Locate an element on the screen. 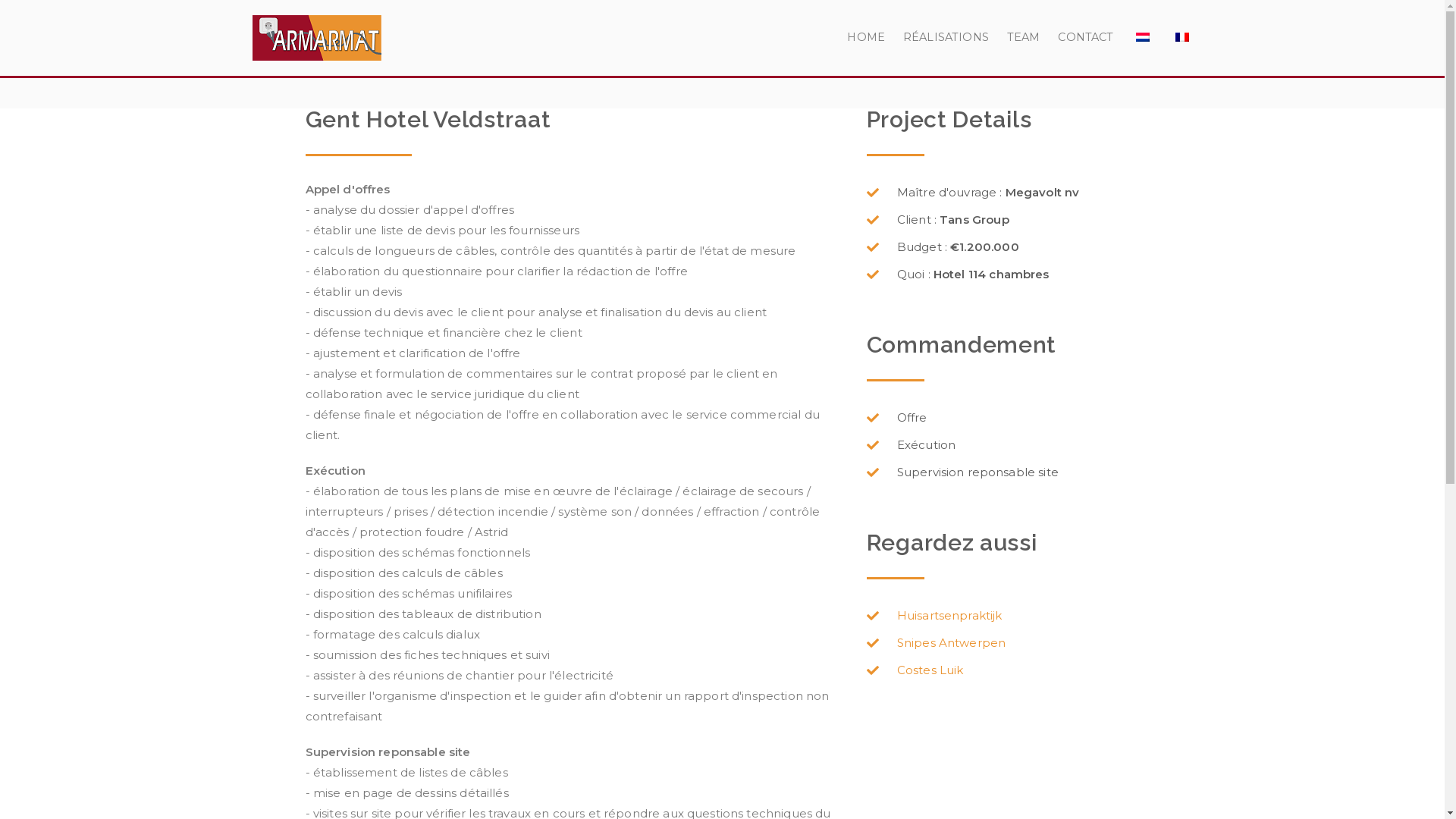 The width and height of the screenshot is (1456, 819). 'Snipes Antwerpen' is located at coordinates (866, 643).